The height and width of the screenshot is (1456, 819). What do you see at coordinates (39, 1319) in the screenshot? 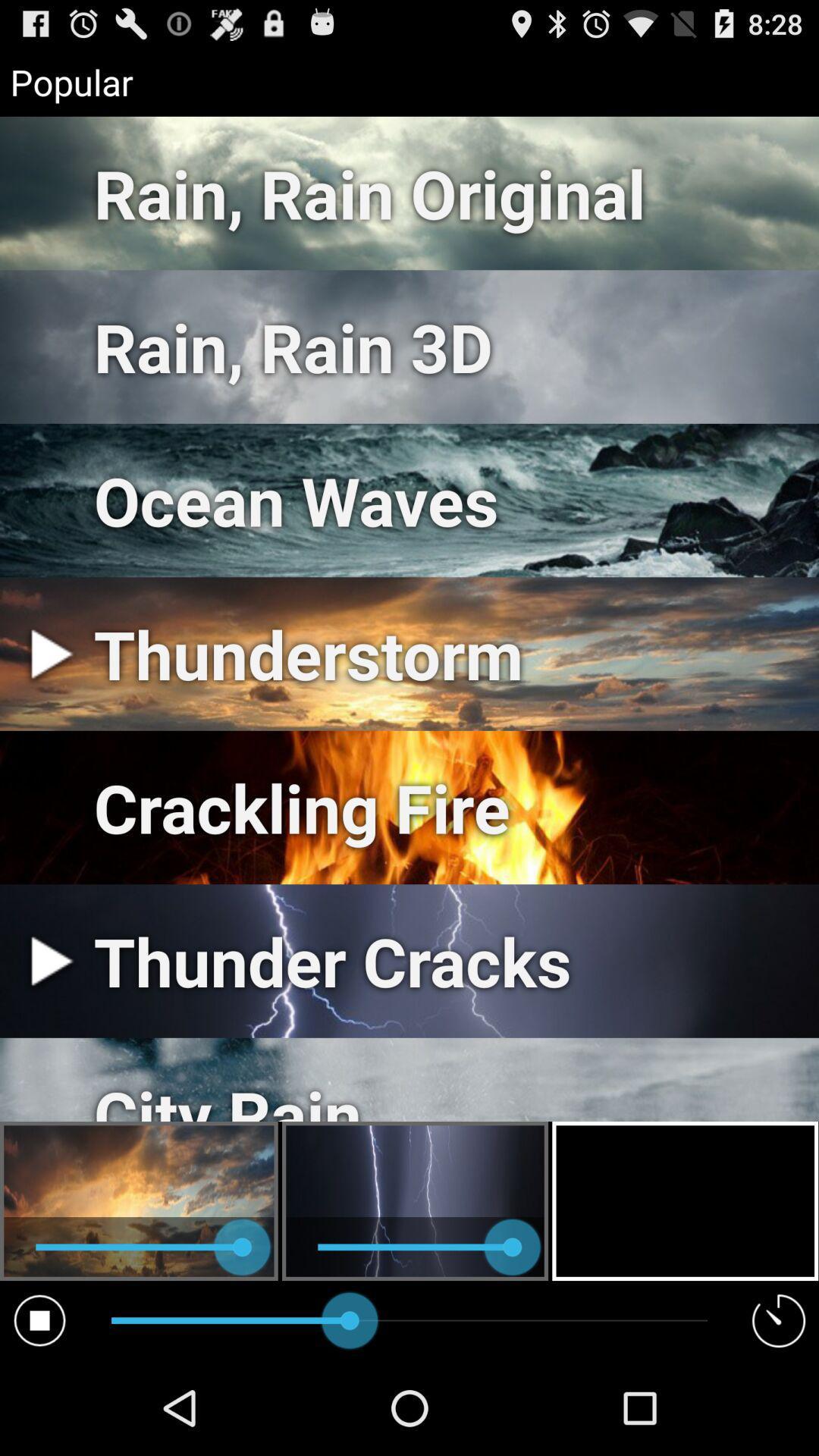
I see `icon next to rain on a app` at bounding box center [39, 1319].